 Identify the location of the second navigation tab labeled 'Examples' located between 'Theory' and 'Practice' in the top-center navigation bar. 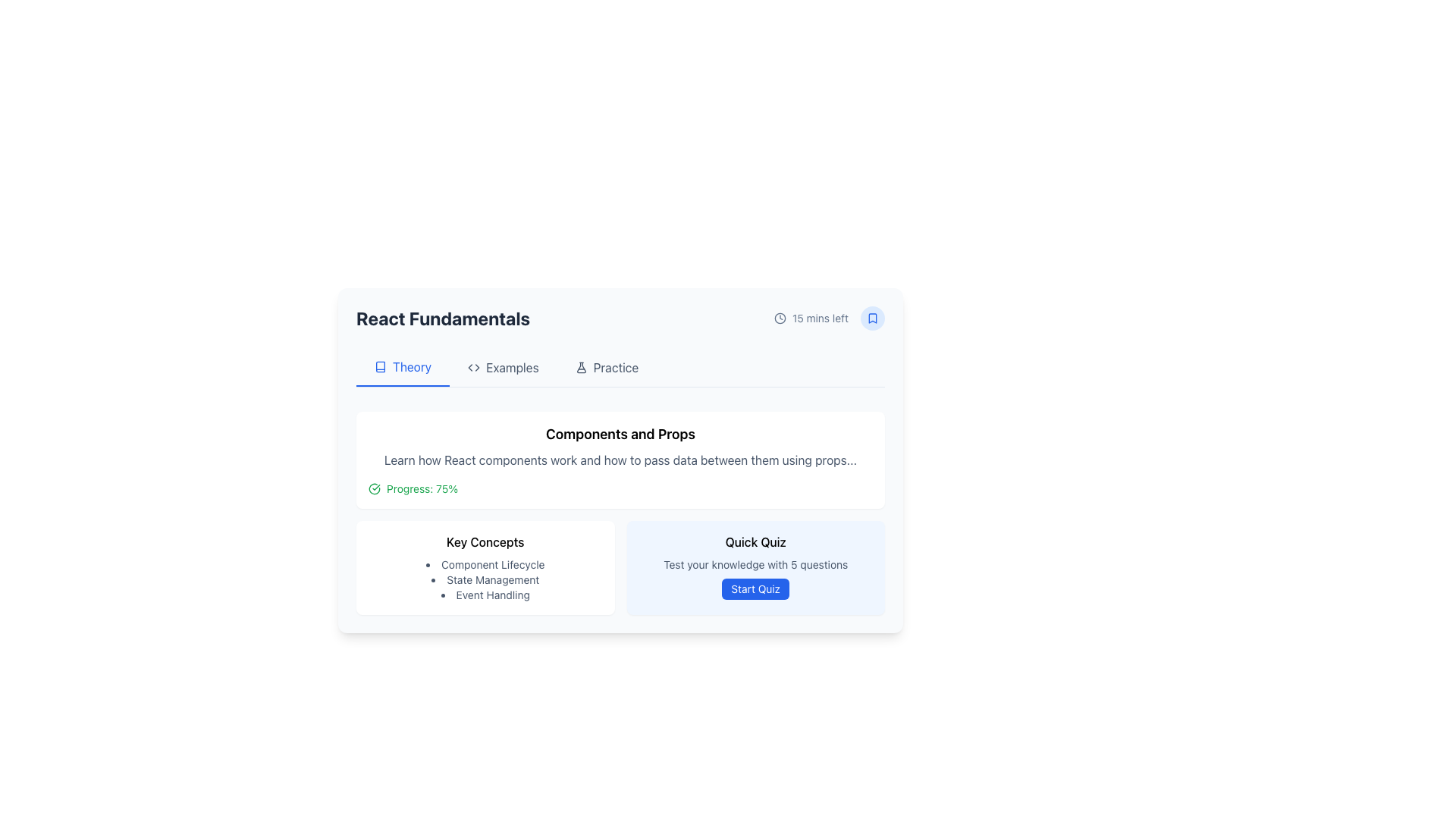
(503, 368).